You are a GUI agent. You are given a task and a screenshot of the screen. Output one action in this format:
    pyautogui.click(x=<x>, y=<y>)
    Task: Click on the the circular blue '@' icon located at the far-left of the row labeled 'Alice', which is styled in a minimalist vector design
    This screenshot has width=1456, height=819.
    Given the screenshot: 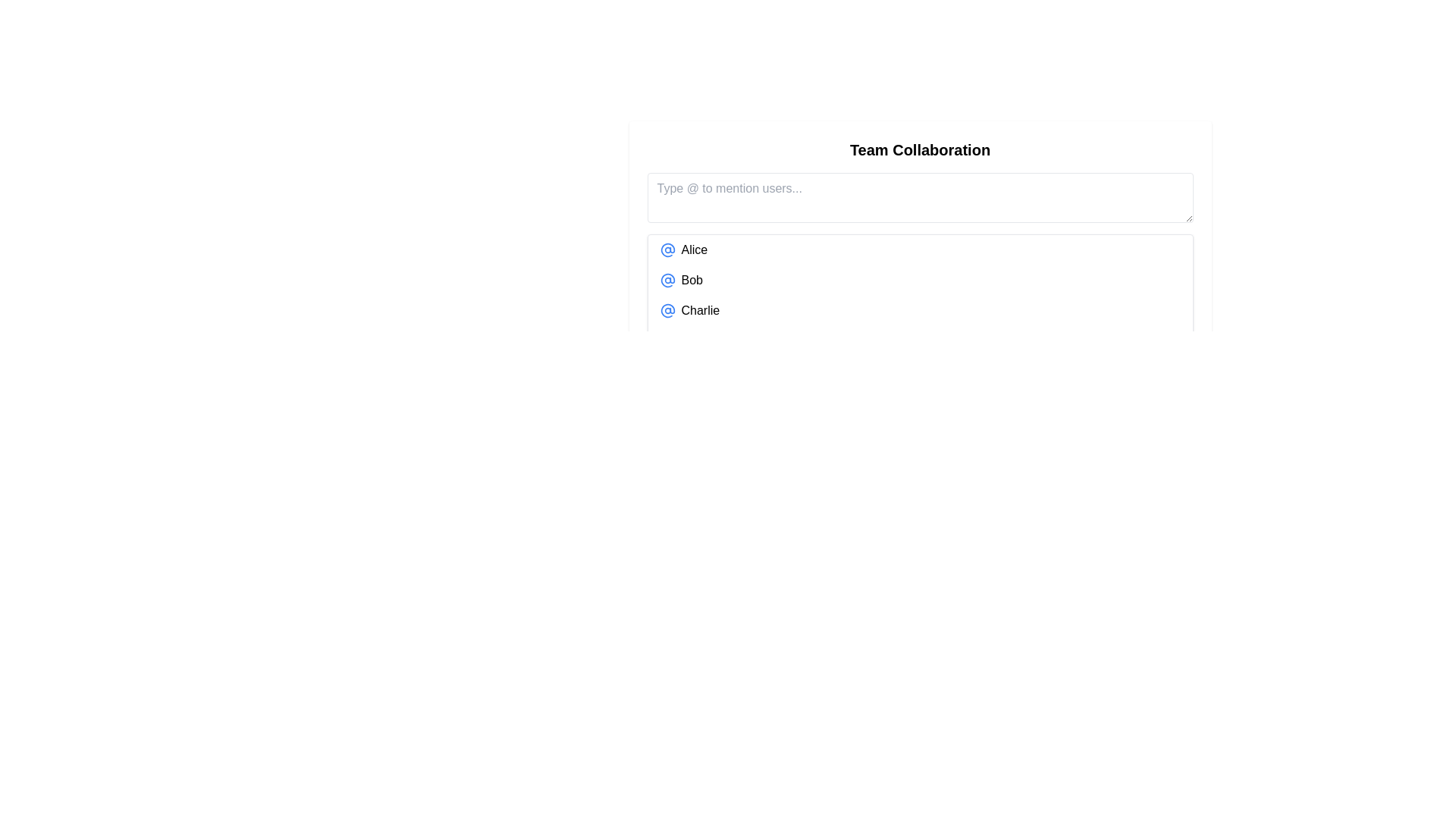 What is the action you would take?
    pyautogui.click(x=667, y=249)
    